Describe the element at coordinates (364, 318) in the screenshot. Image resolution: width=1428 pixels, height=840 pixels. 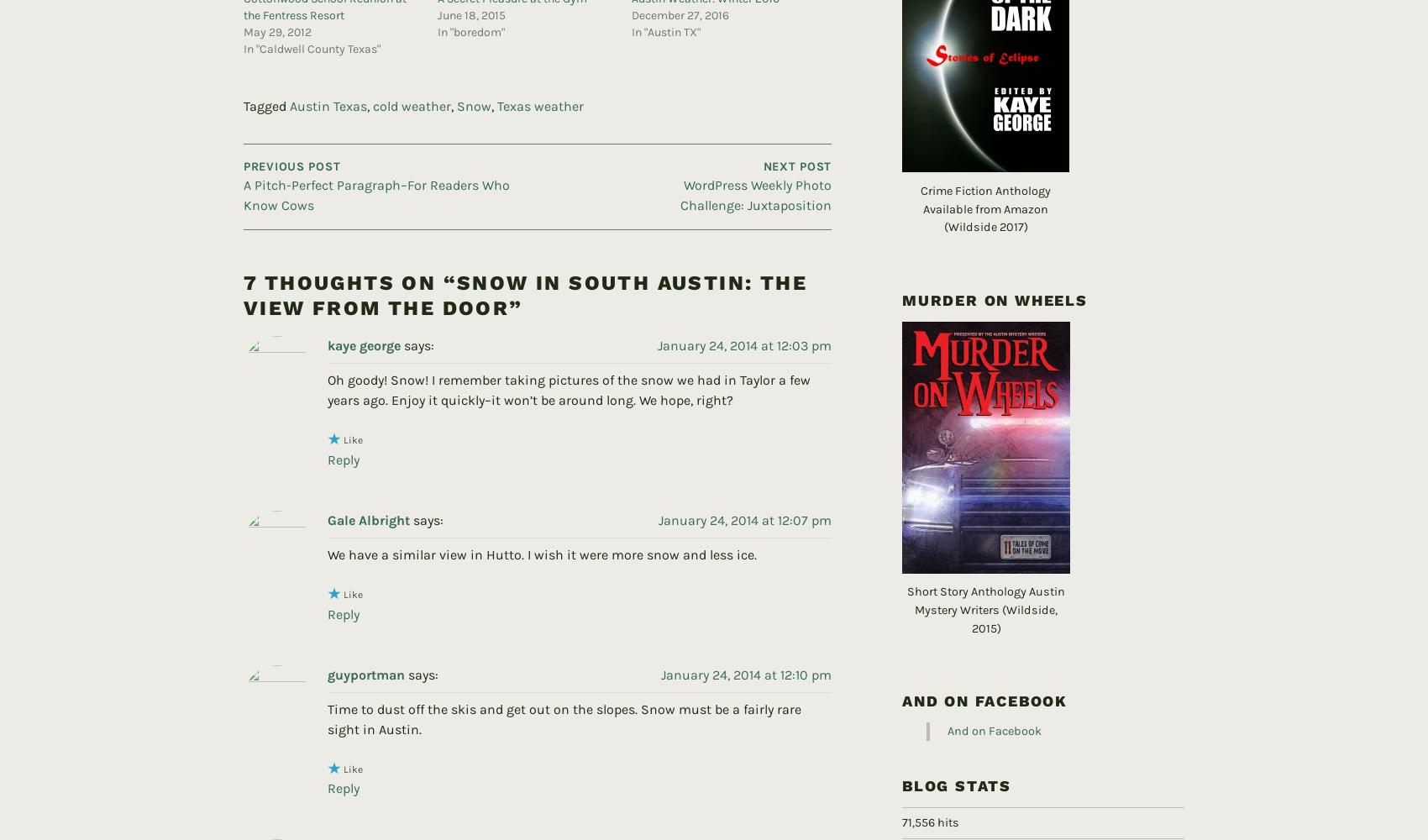
I see `'kaye george'` at that location.